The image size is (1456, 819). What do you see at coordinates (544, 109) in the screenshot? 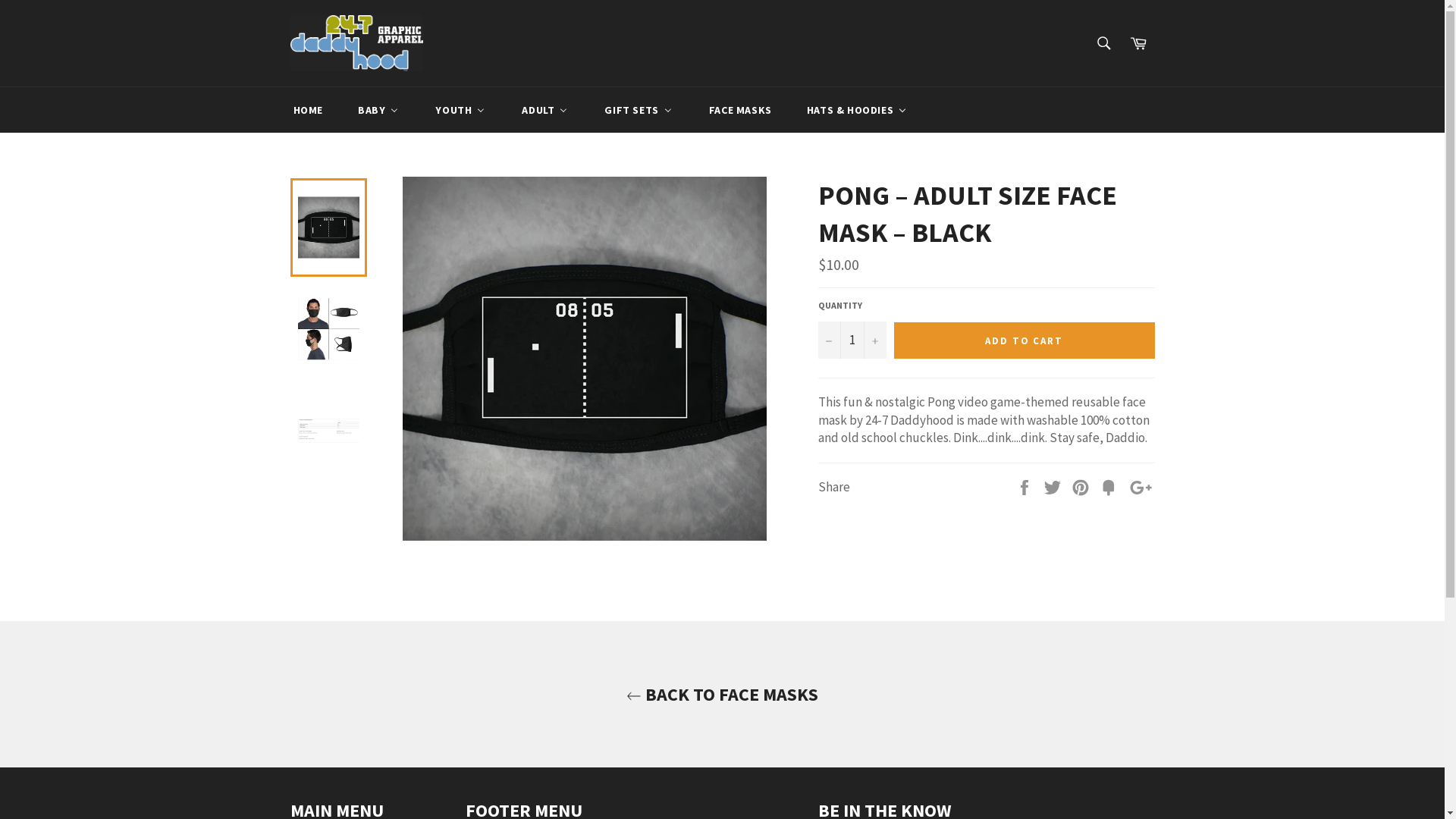
I see `'ADULT'` at bounding box center [544, 109].